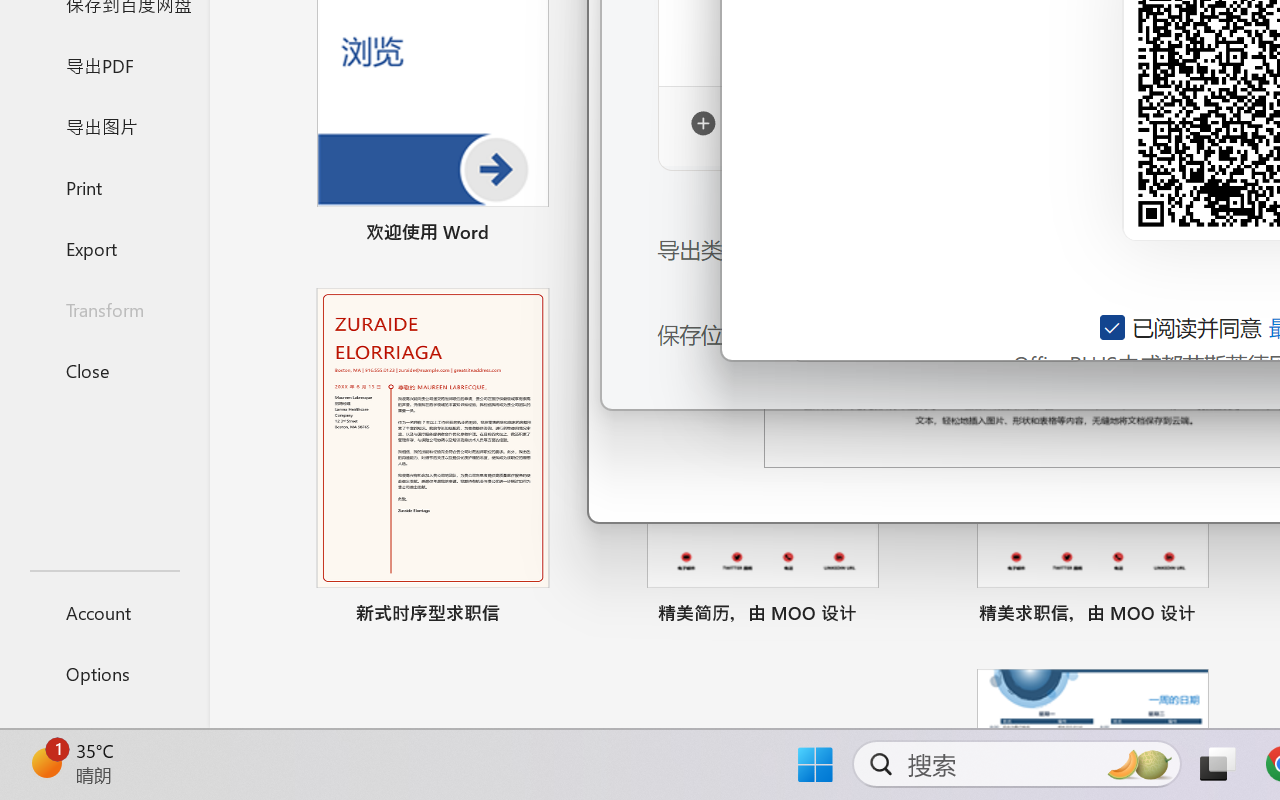  Describe the element at coordinates (1113, 326) in the screenshot. I see `'AutomationID: checkbox-14'` at that location.